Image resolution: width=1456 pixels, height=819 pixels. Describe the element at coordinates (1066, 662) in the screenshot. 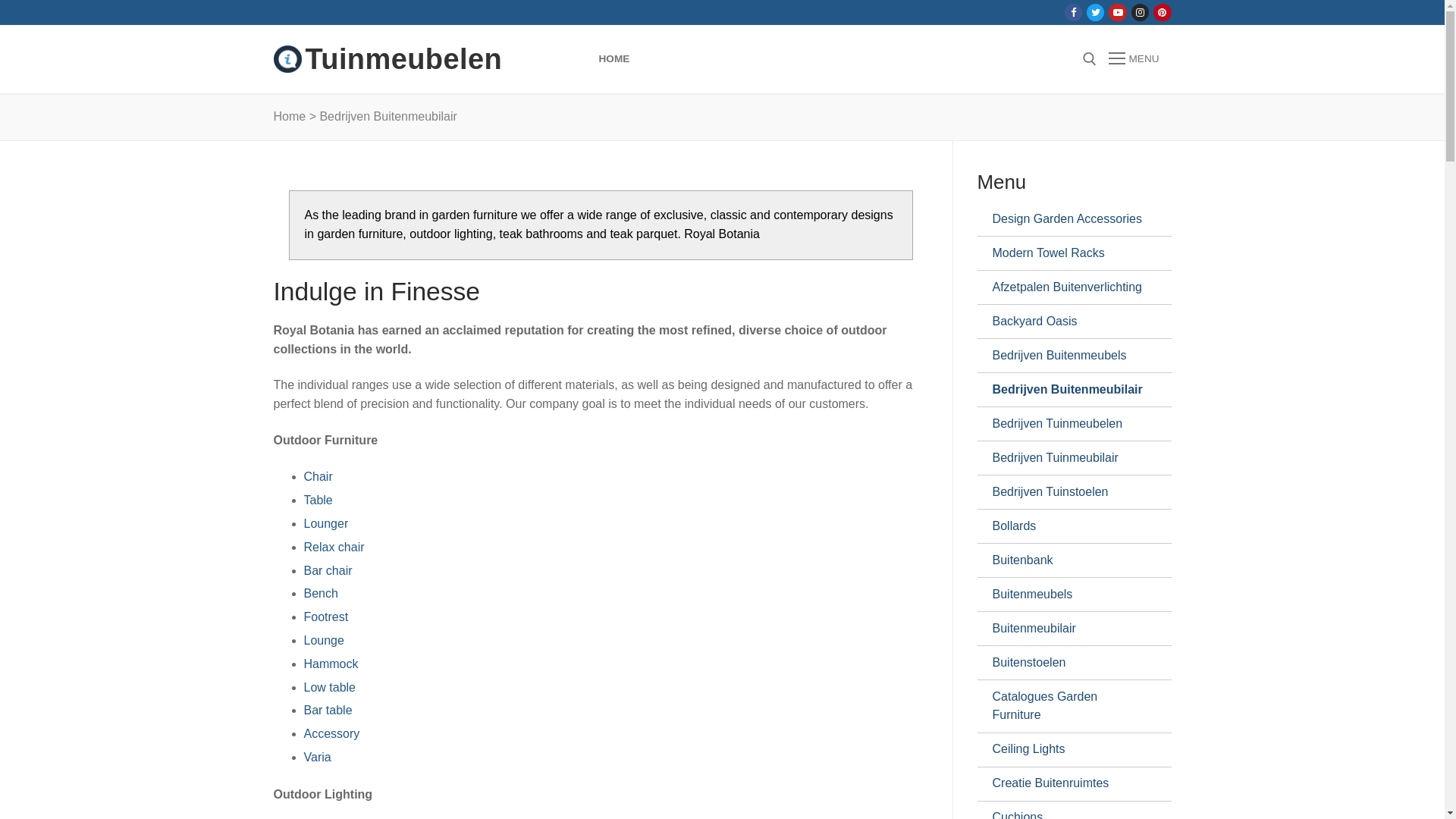

I see `'Buitenstoelen'` at that location.